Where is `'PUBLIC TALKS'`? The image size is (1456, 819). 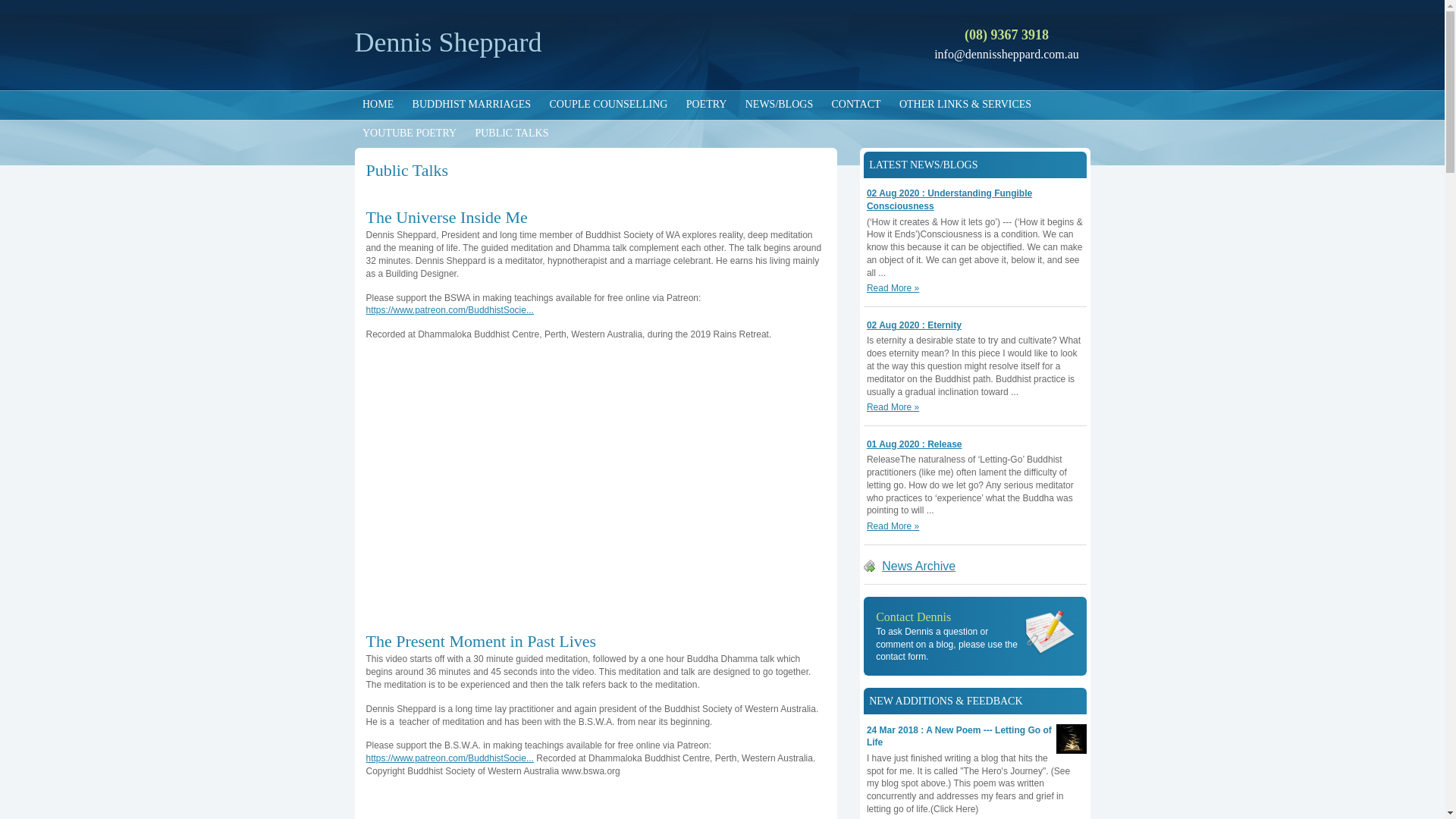
'PUBLIC TALKS' is located at coordinates (512, 133).